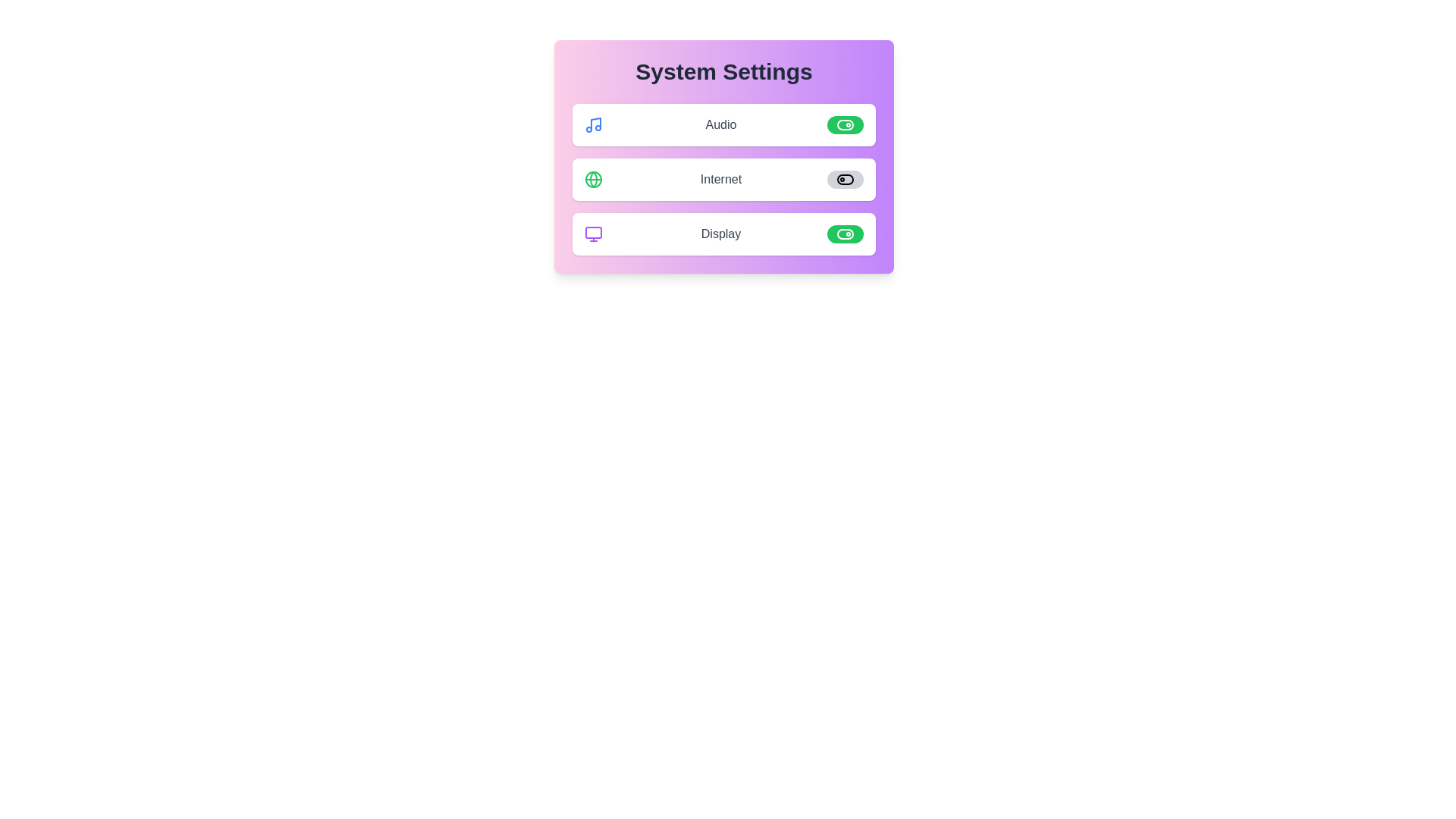  I want to click on the musical note icon, which is the first icon in the vertical arrangement under the 'Audio' section, so click(592, 124).